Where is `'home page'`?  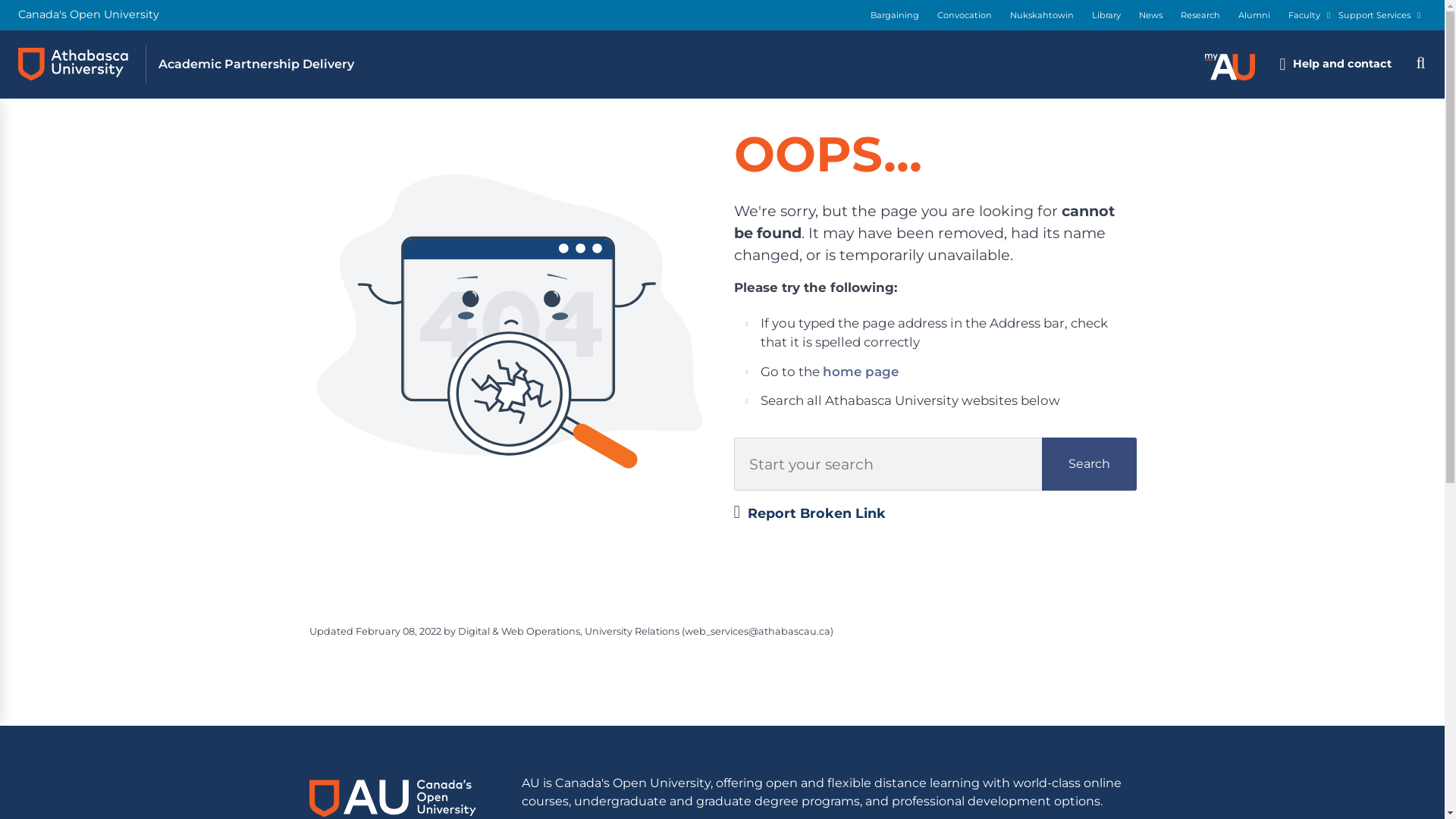
'home page' is located at coordinates (860, 371).